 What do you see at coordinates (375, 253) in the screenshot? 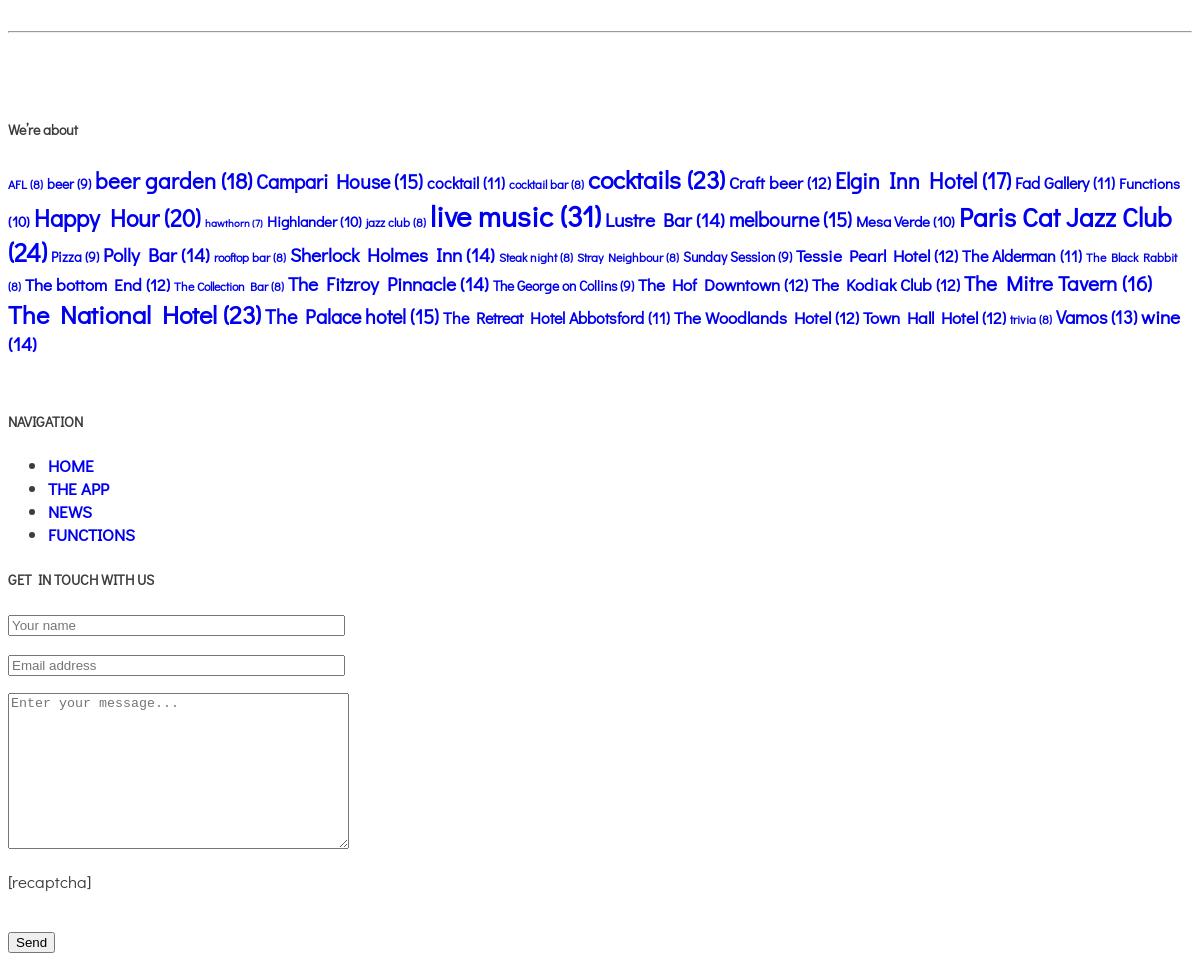
I see `'Sherlock Holmes Inn'` at bounding box center [375, 253].